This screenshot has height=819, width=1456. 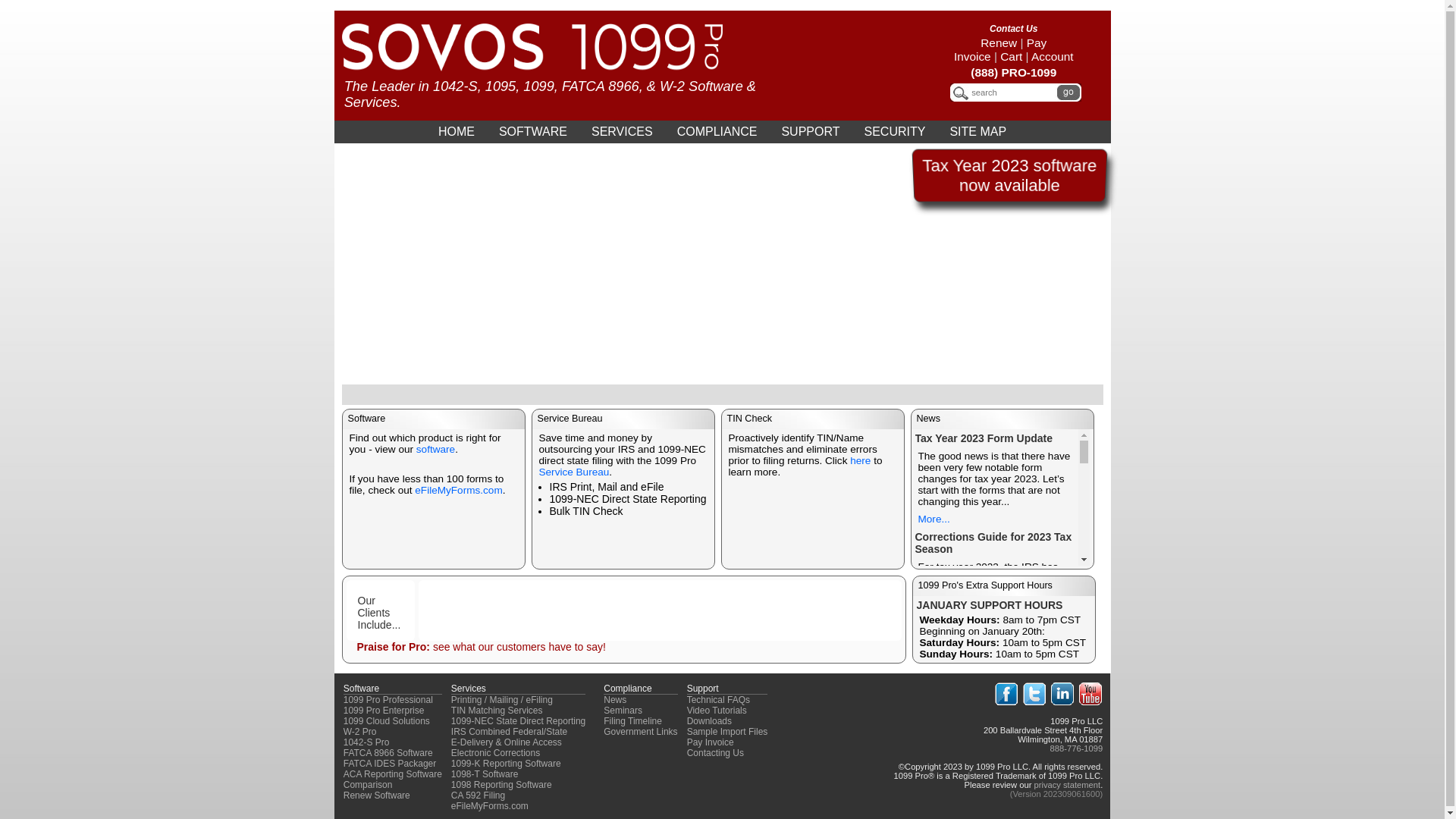 What do you see at coordinates (366, 742) in the screenshot?
I see `'1042-S Pro'` at bounding box center [366, 742].